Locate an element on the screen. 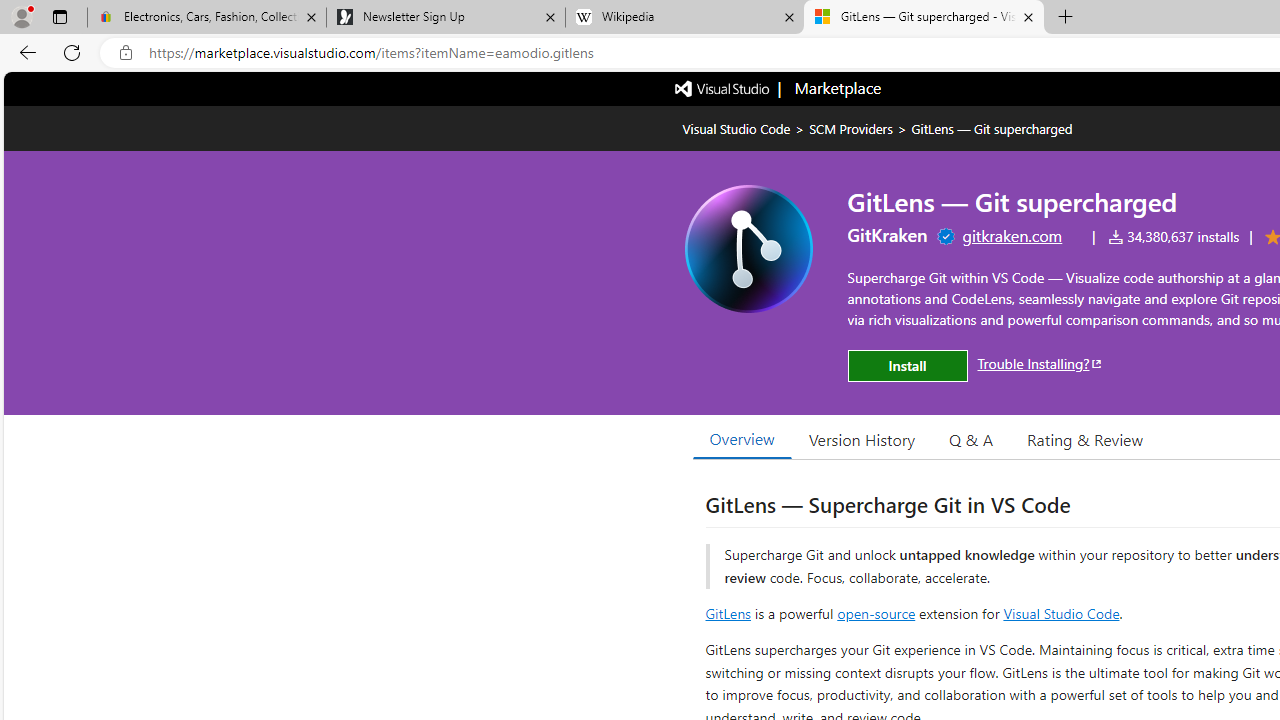 This screenshot has height=720, width=1280. 'Overview' is located at coordinates (741, 438).